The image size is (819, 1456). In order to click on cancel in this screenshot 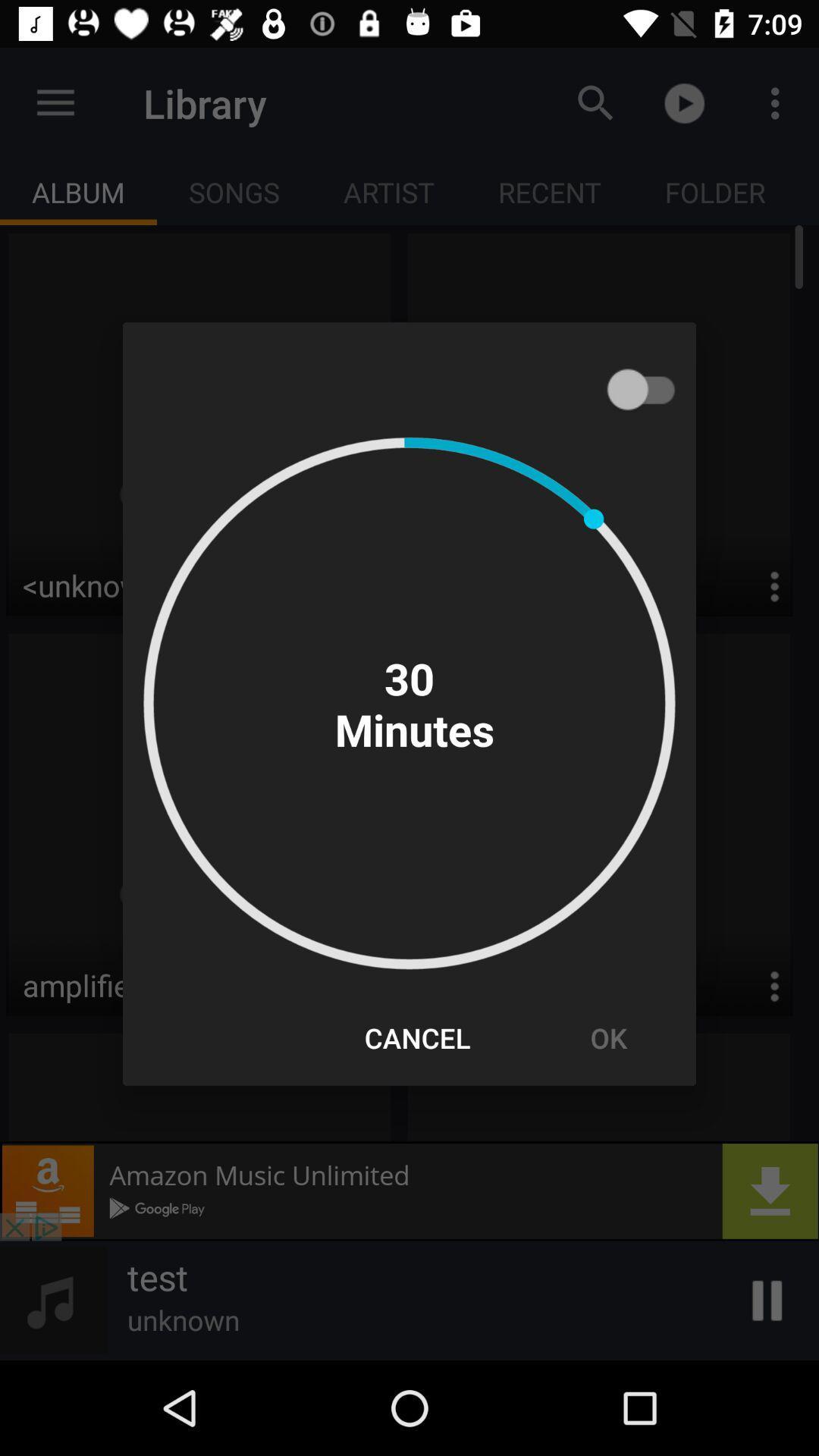, I will do `click(417, 1037)`.